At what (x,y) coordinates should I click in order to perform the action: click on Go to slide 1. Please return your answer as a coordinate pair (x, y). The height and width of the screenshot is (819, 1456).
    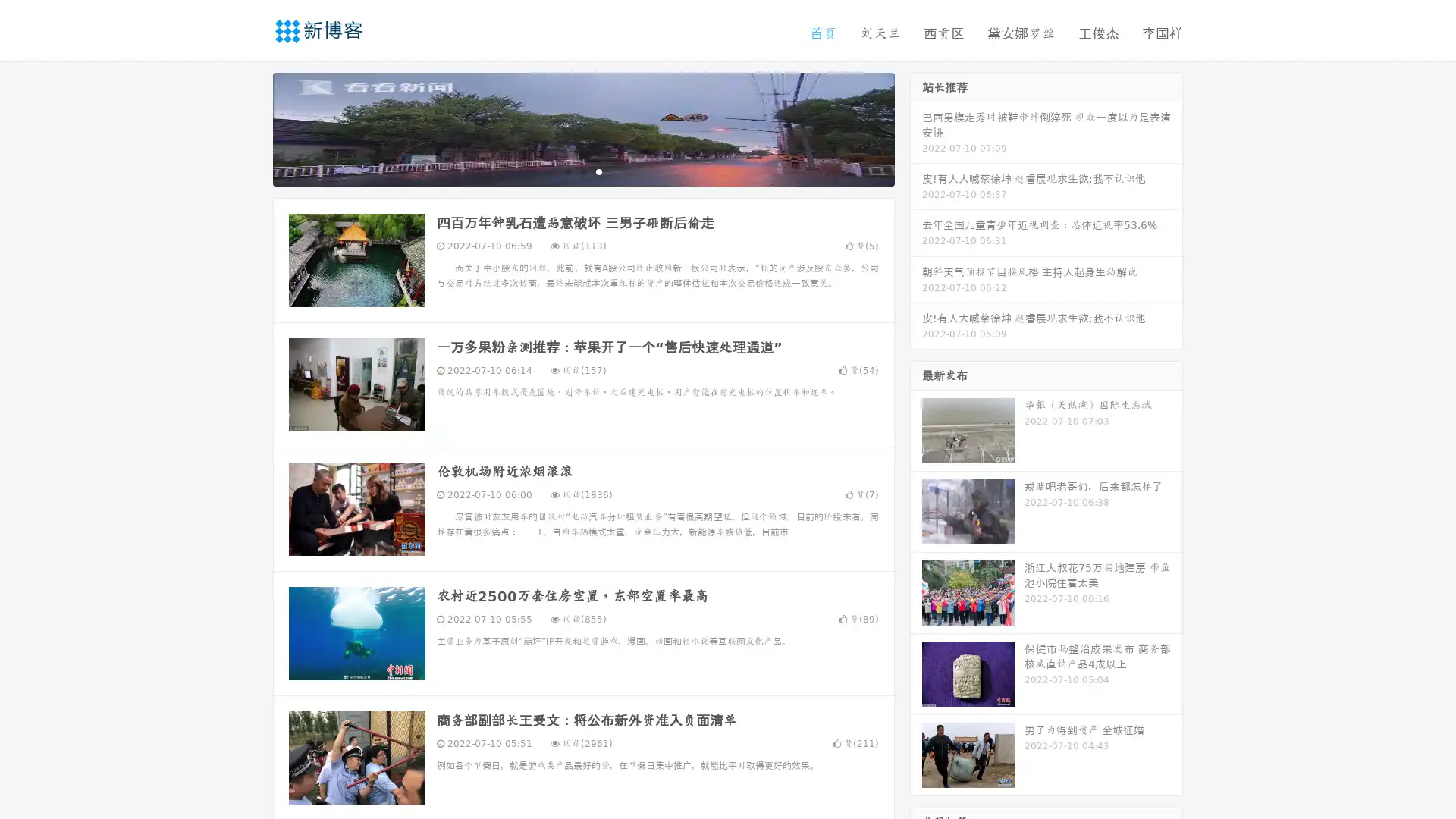
    Looking at the image, I should click on (567, 171).